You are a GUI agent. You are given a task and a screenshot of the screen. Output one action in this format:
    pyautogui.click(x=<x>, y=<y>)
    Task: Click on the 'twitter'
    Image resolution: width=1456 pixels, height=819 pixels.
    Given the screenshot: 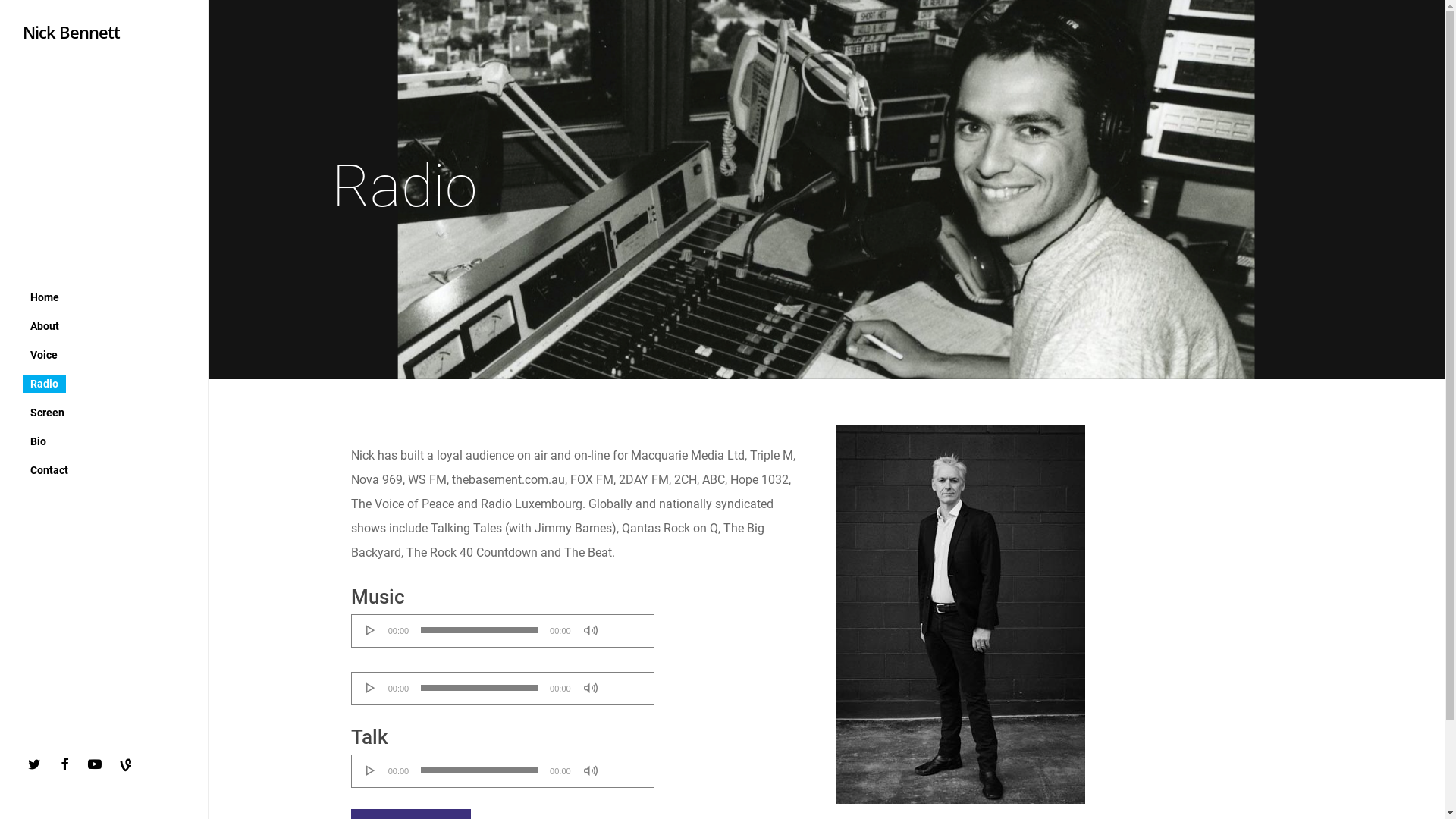 What is the action you would take?
    pyautogui.click(x=37, y=764)
    